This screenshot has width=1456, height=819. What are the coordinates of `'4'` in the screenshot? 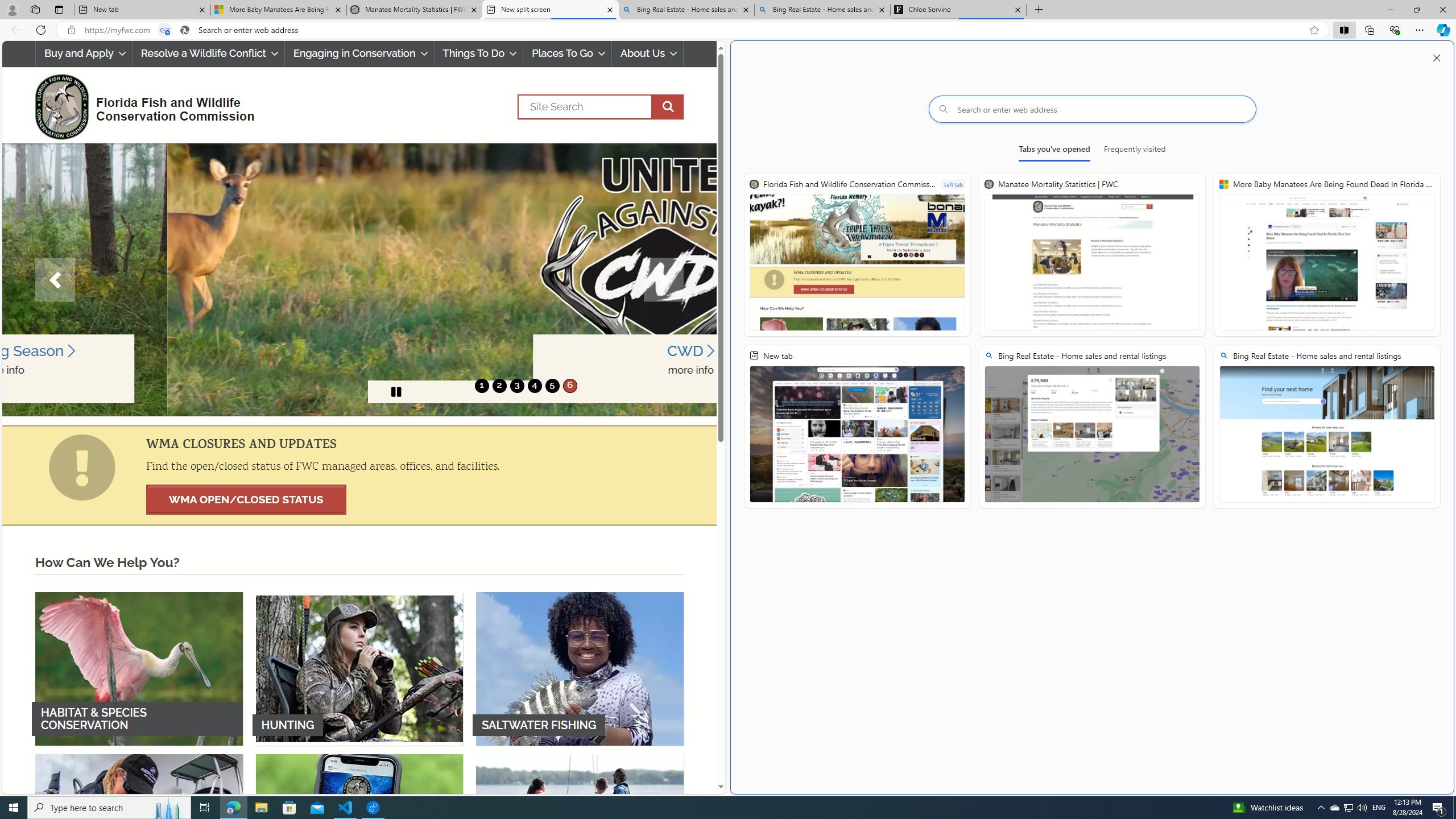 It's located at (533, 385).